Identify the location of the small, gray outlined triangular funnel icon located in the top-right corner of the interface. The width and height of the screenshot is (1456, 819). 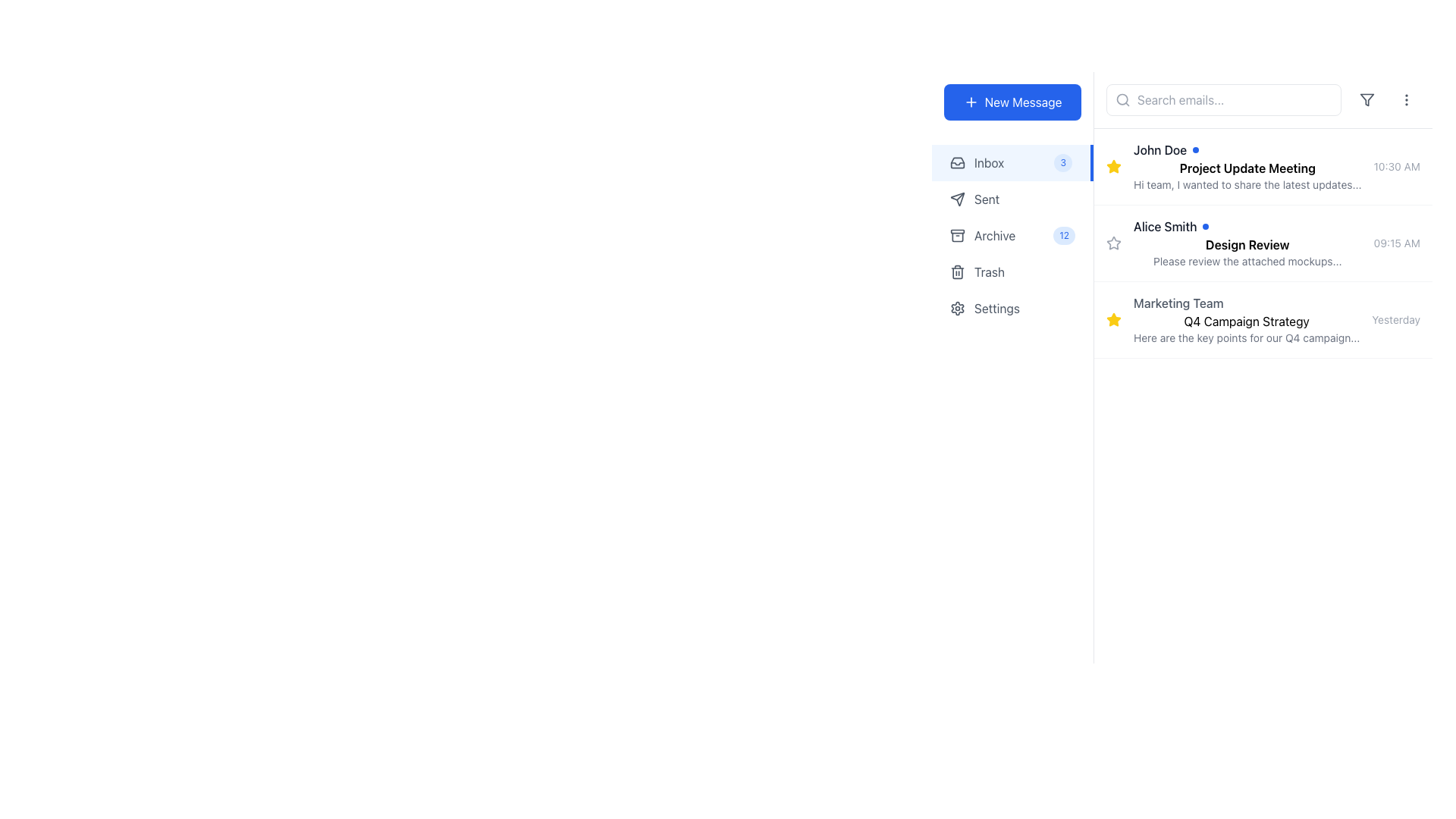
(1367, 99).